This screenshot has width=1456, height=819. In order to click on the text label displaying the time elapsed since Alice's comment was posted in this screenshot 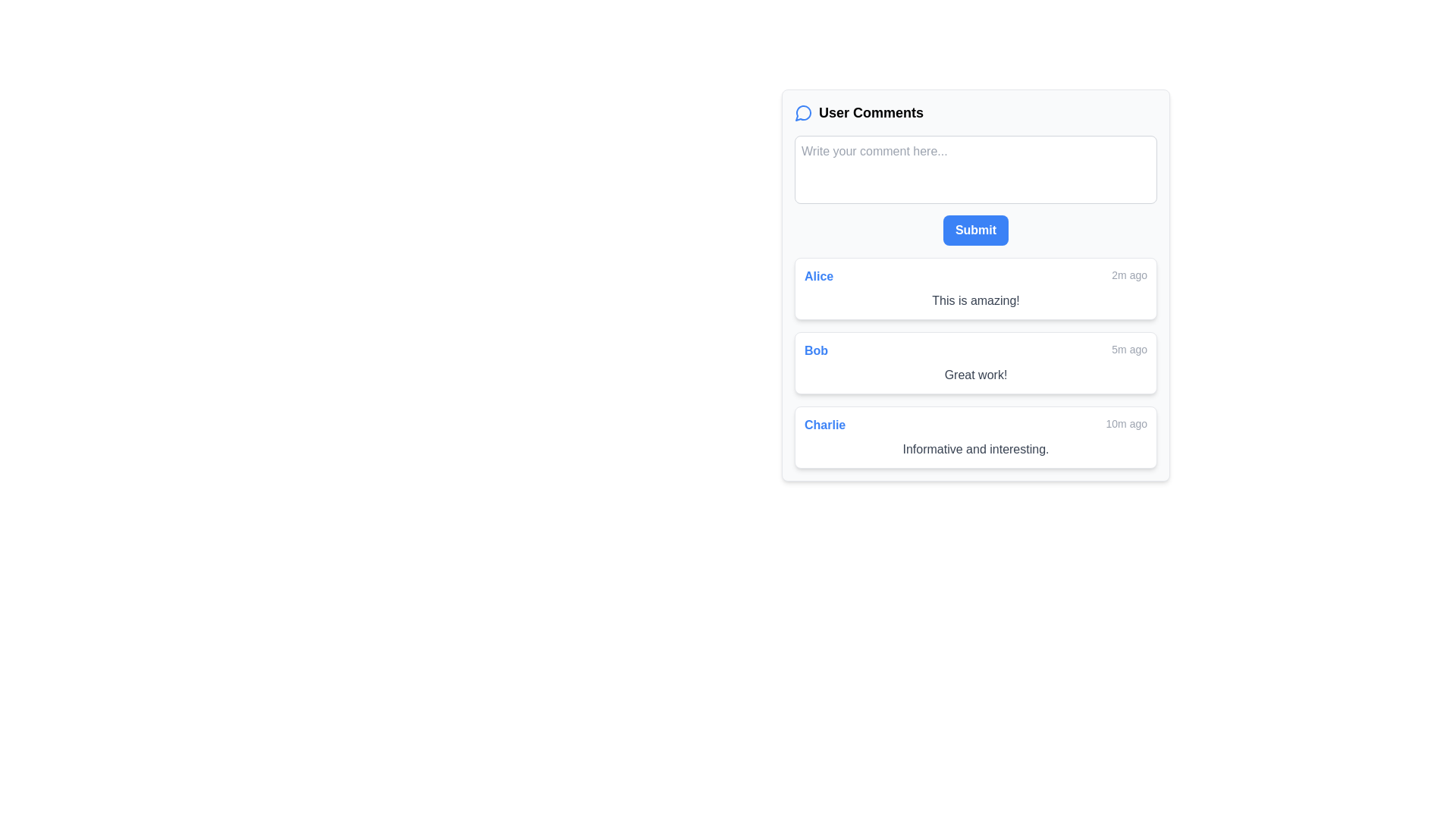, I will do `click(1129, 277)`.